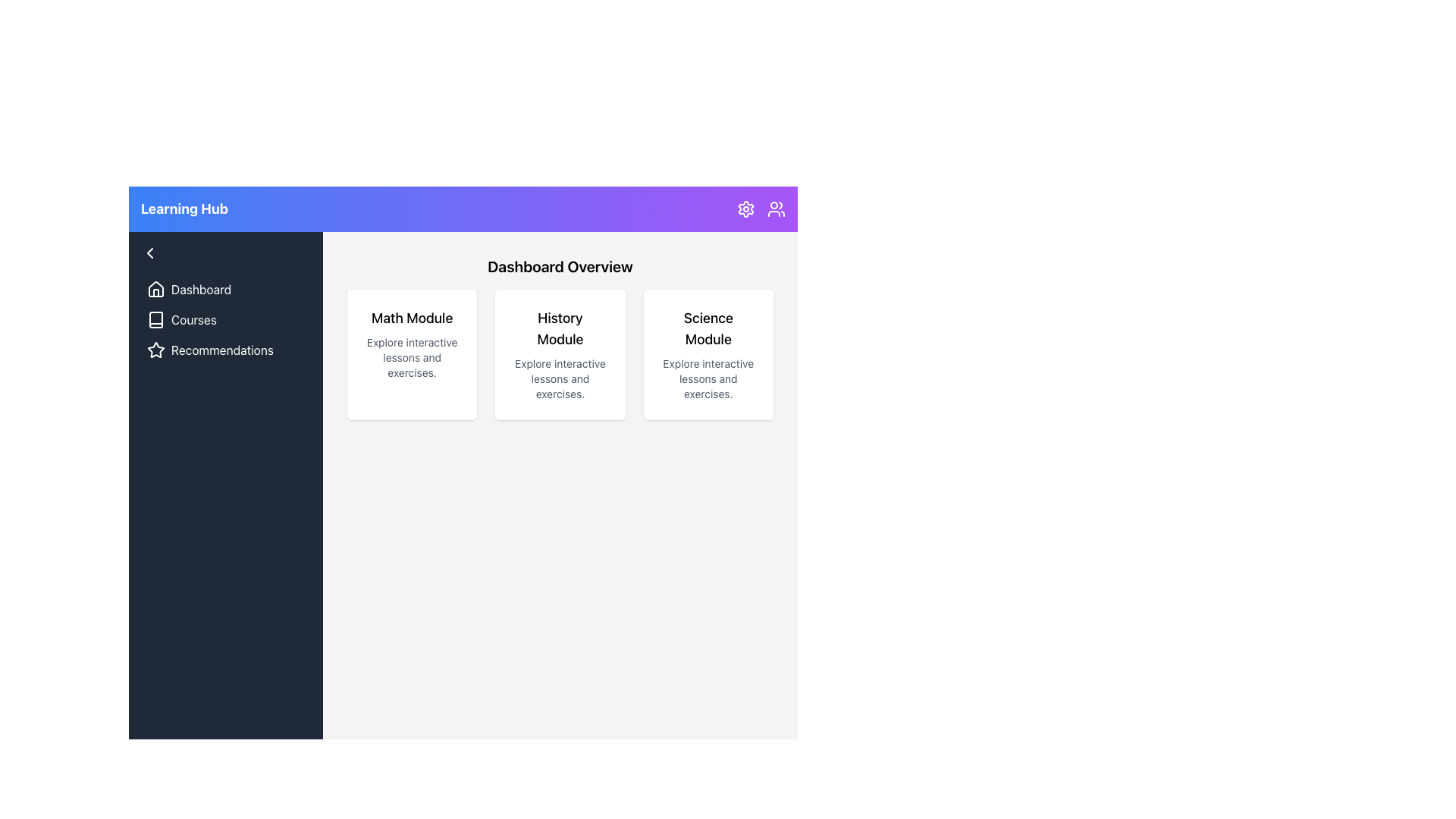 The width and height of the screenshot is (1456, 819). I want to click on the third interactive option in the vertical menu on the left sidebar, located beneath the 'Courses' option, so click(221, 350).